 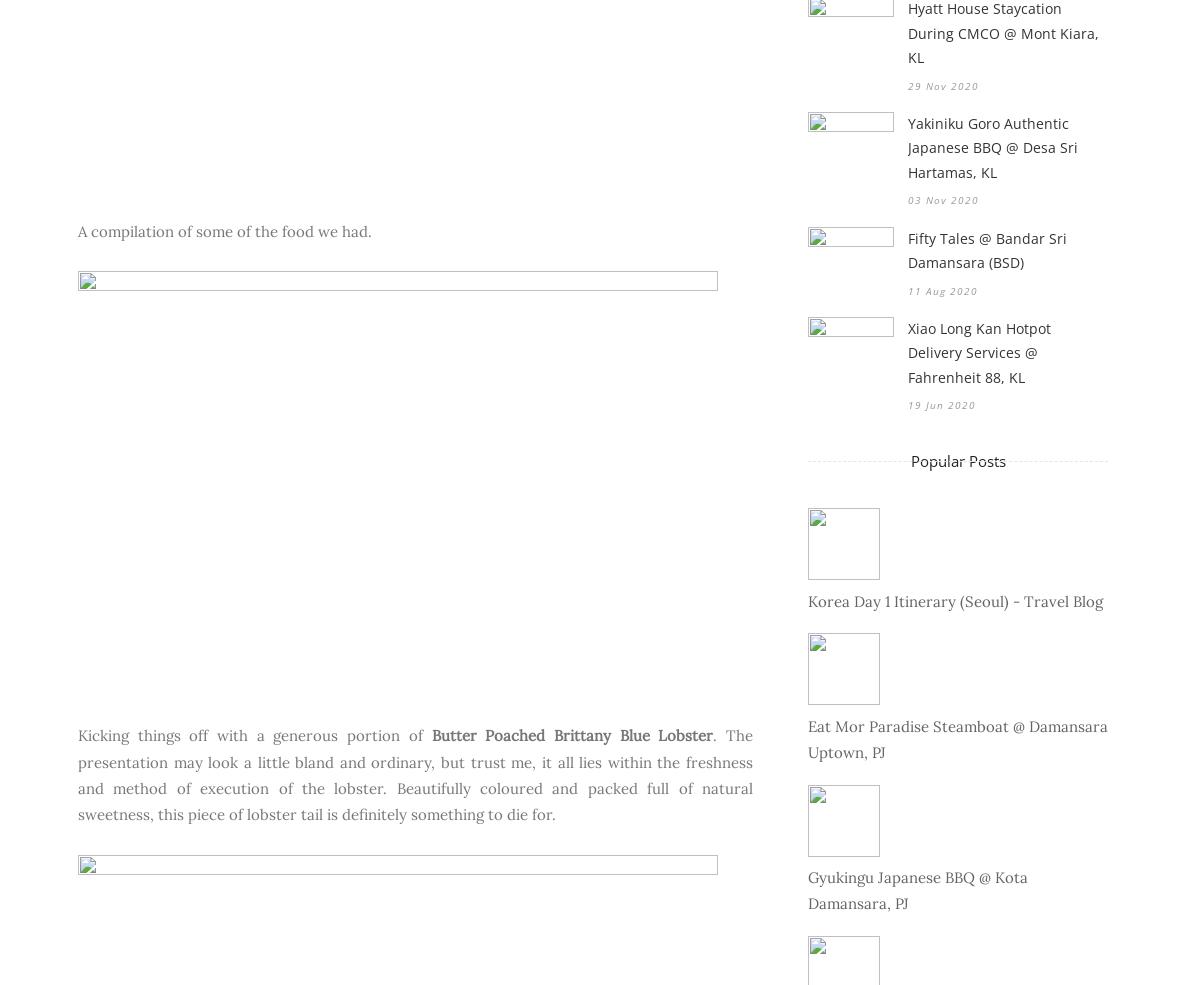 I want to click on 'Xiao Long Kan Hotpot Delivery Services @ Fahrenheit 88, KL', so click(x=978, y=352).